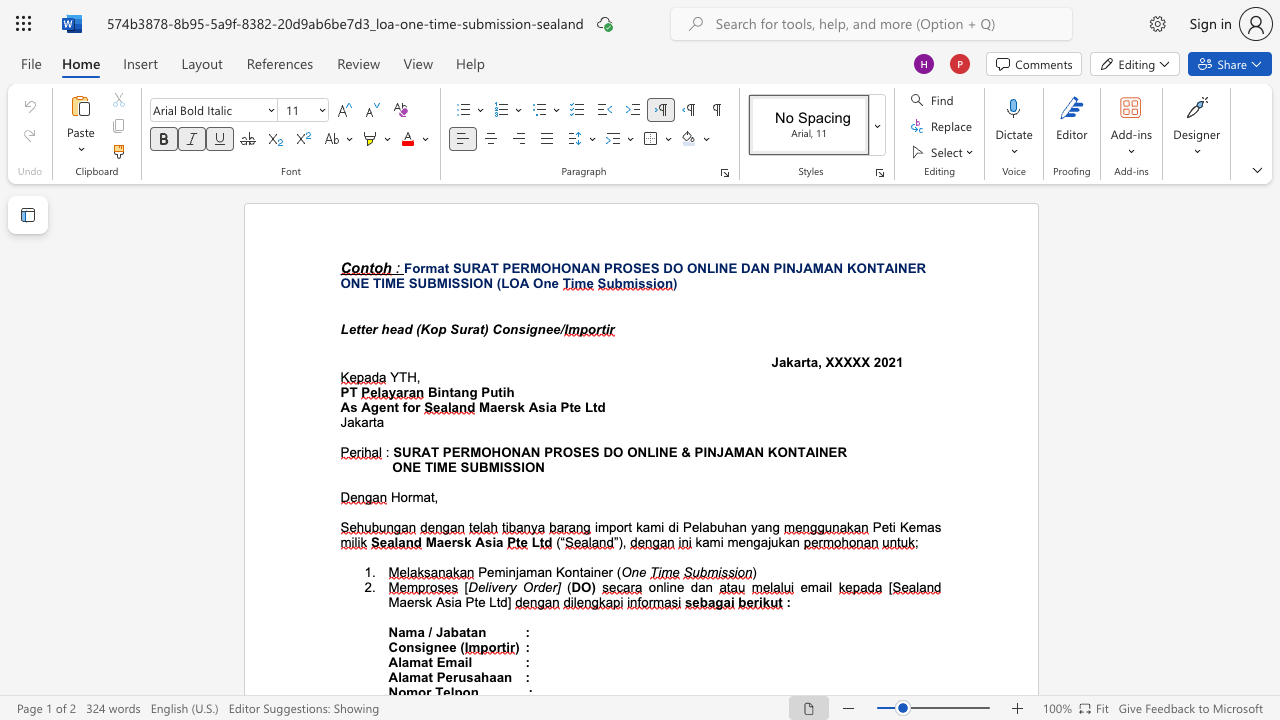 Image resolution: width=1280 pixels, height=720 pixels. What do you see at coordinates (434, 632) in the screenshot?
I see `the subset text "Jab" within the text "Nama / Jabatan"` at bounding box center [434, 632].